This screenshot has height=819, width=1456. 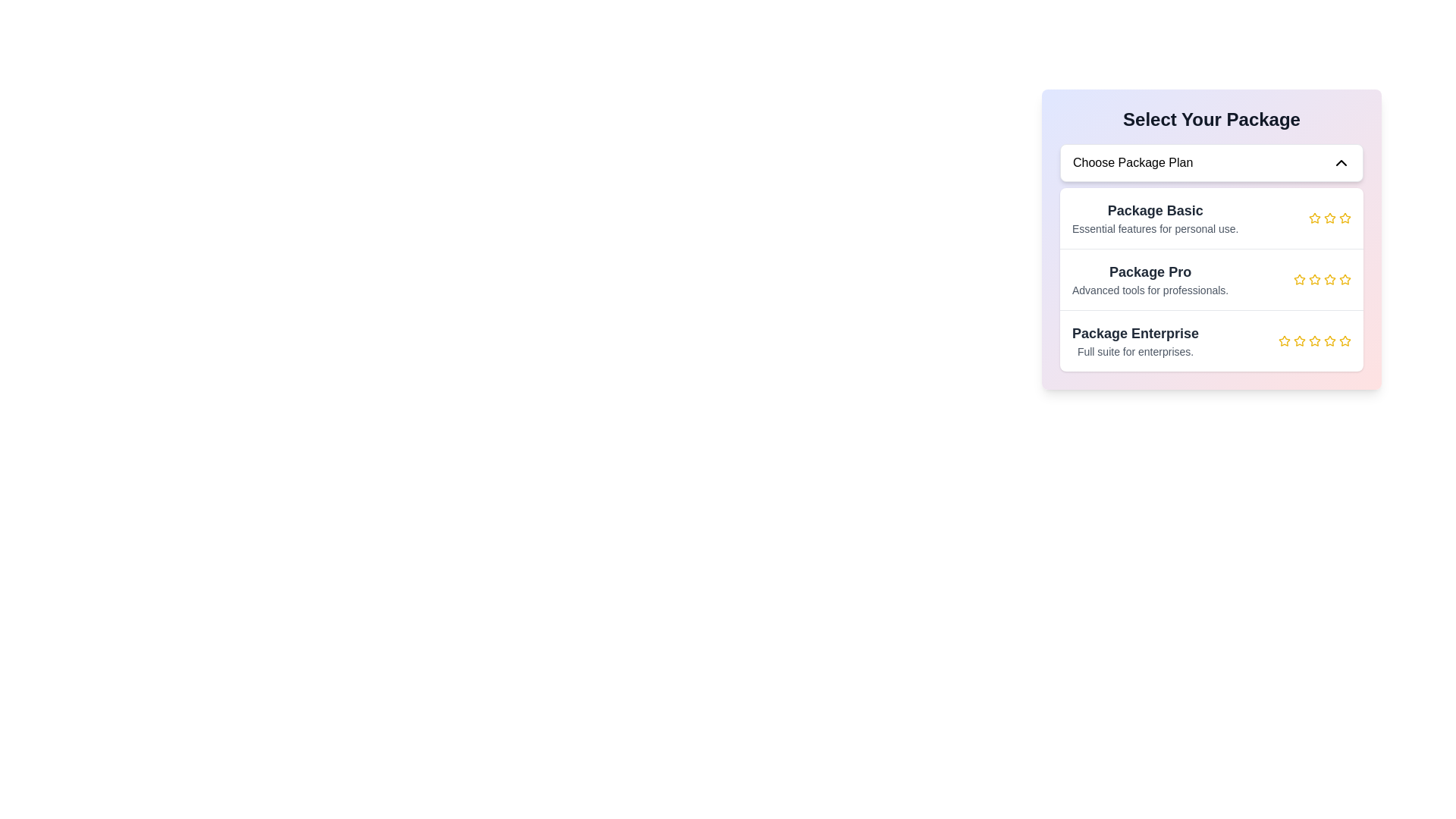 I want to click on the third yellow star icon in the rating group for 'Package Pro', located in the second row of the 'Select Your Package' panel, so click(x=1313, y=279).